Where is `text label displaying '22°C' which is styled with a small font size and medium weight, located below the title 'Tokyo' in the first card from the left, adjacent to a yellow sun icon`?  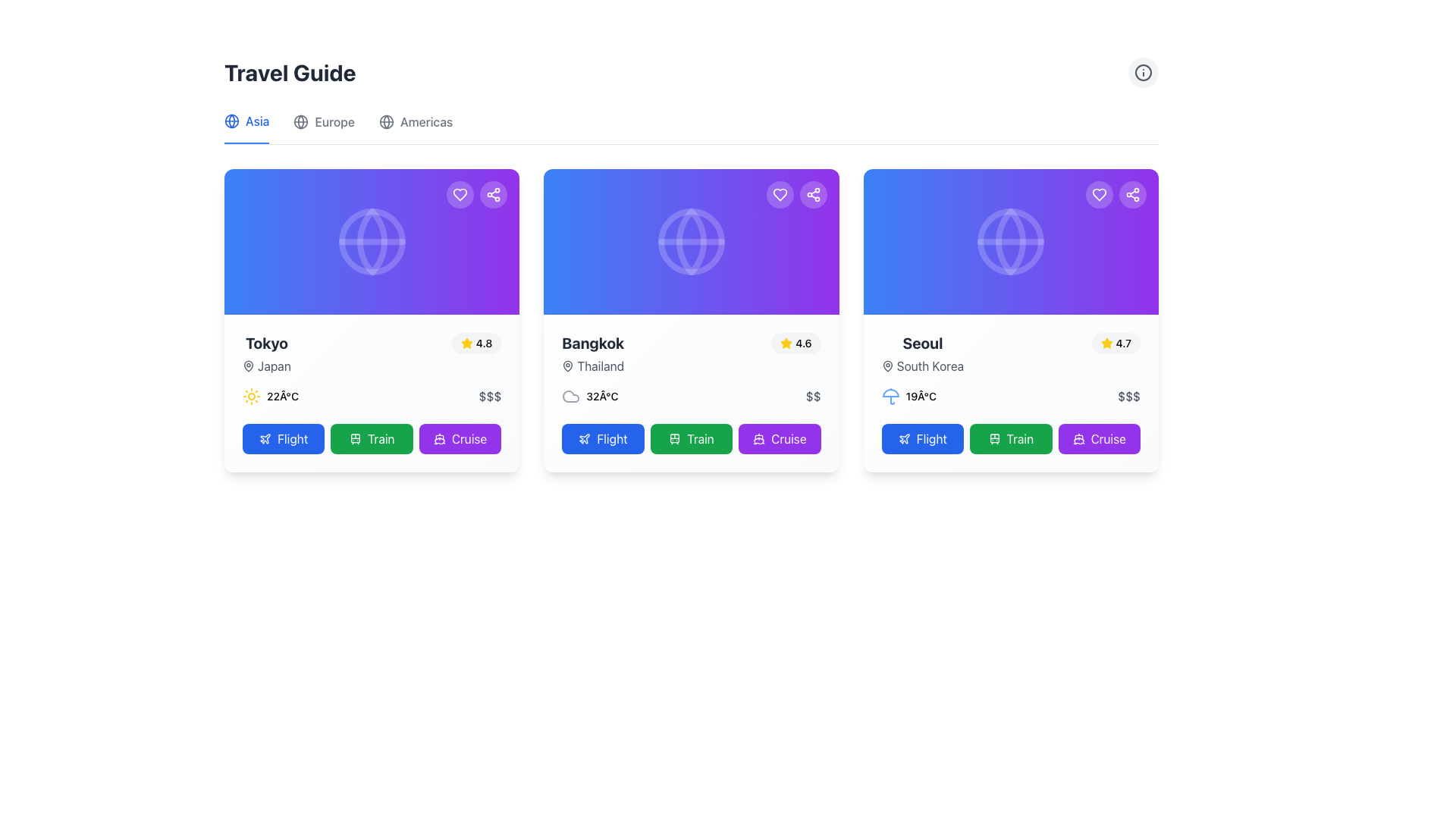
text label displaying '22°C' which is styled with a small font size and medium weight, located below the title 'Tokyo' in the first card from the left, adjacent to a yellow sun icon is located at coordinates (283, 396).